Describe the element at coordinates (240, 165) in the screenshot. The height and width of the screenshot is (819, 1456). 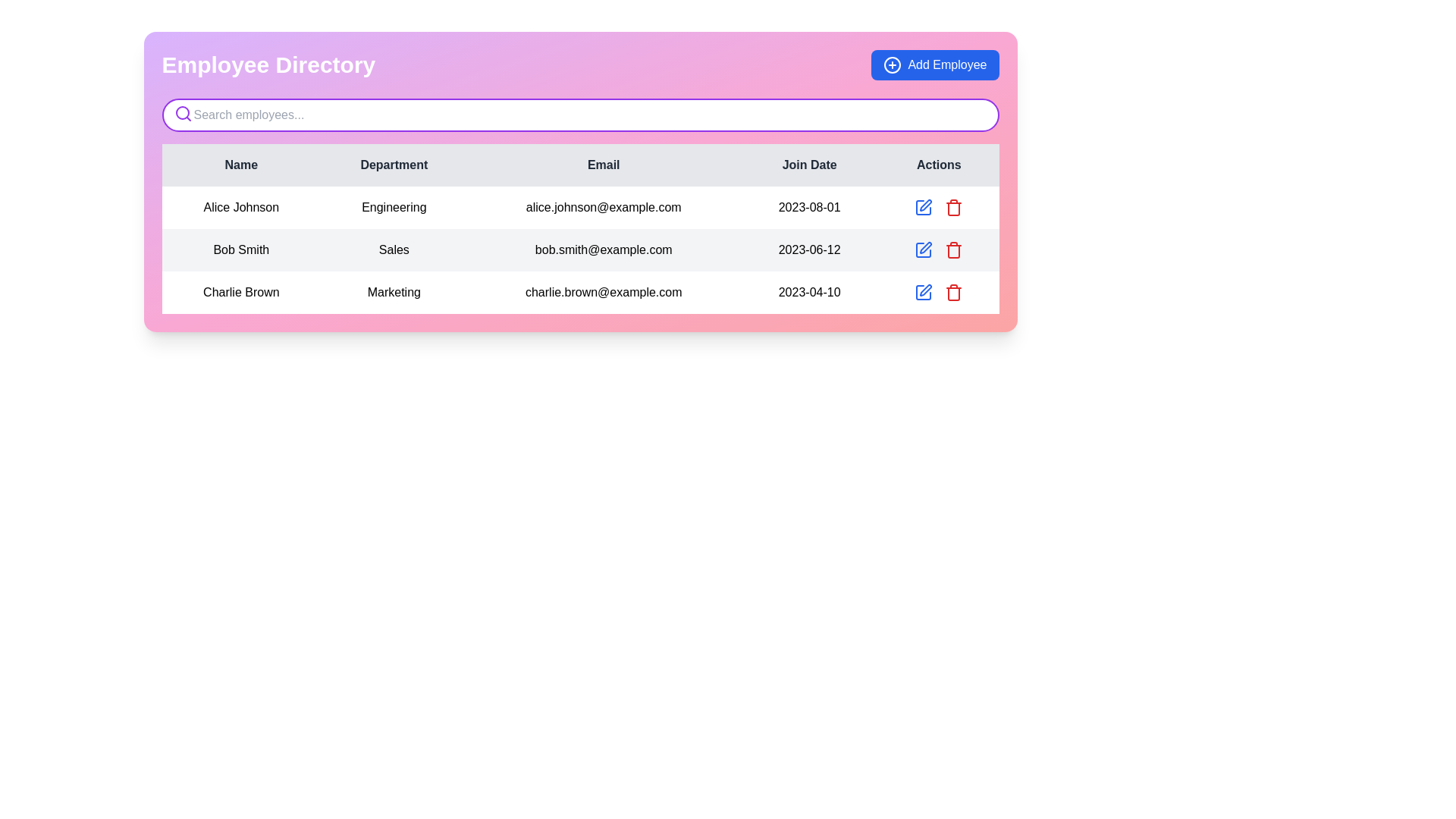
I see `the table column under the 'Name' header, which is a bold text label positioned at the top-left corner of the table` at that location.